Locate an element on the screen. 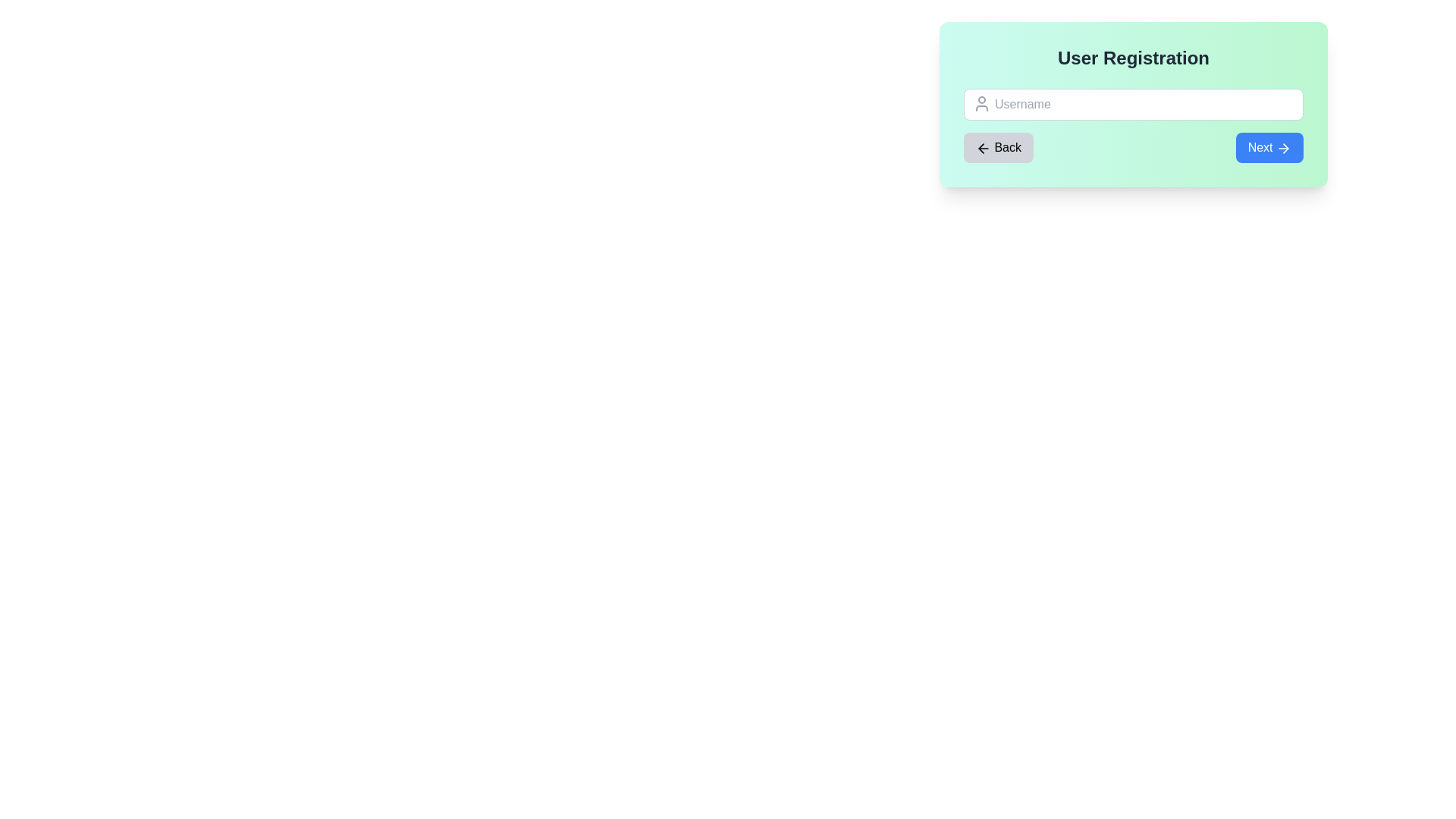  the user icon element, which is a gray SVG graphic representing a circular head on a semi-circular body, located at the far left of a text input field with rounded corners is located at coordinates (982, 103).